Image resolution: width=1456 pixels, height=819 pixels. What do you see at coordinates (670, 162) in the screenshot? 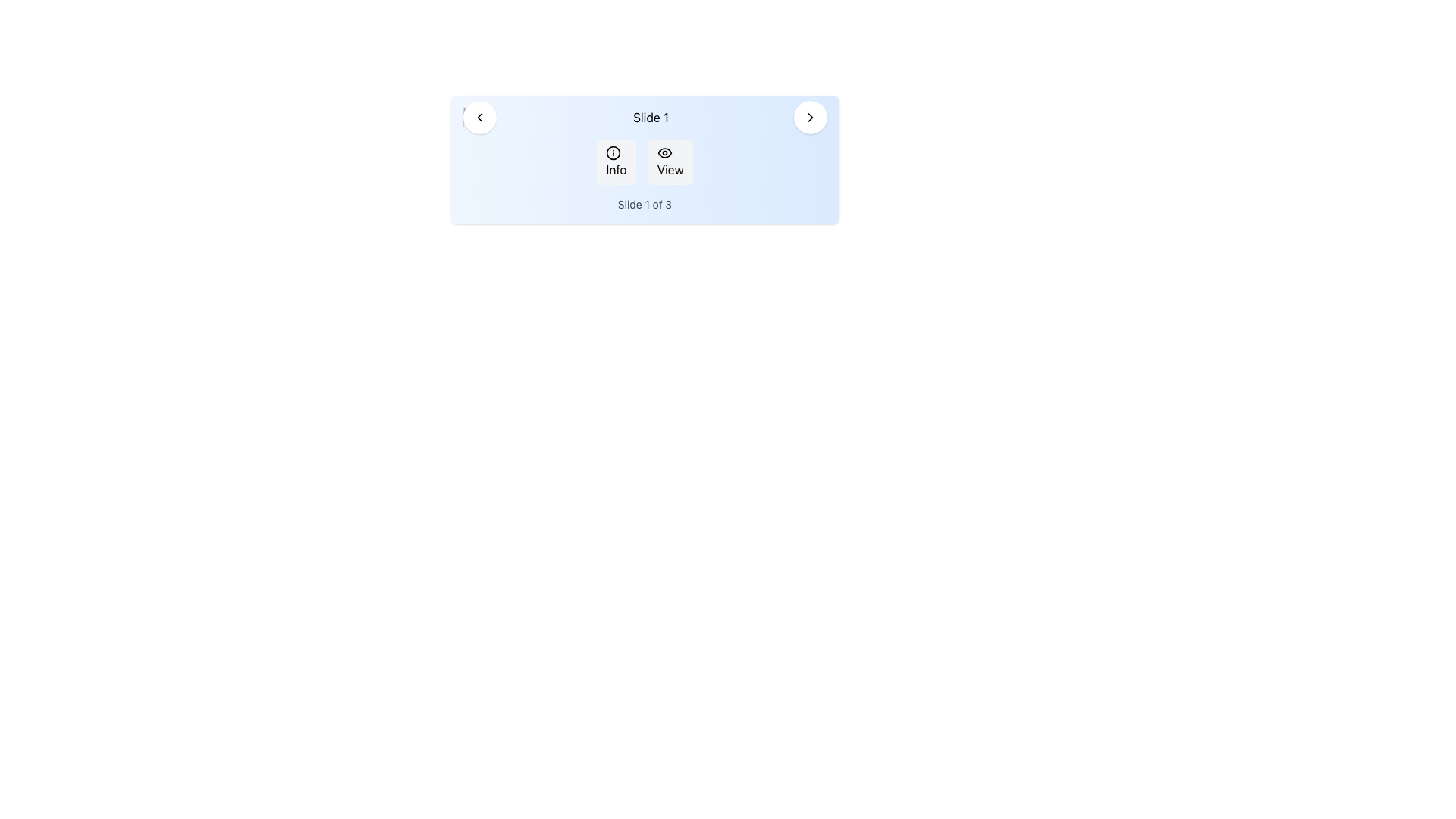
I see `the 'View' button located to the right of the 'Info' button` at bounding box center [670, 162].